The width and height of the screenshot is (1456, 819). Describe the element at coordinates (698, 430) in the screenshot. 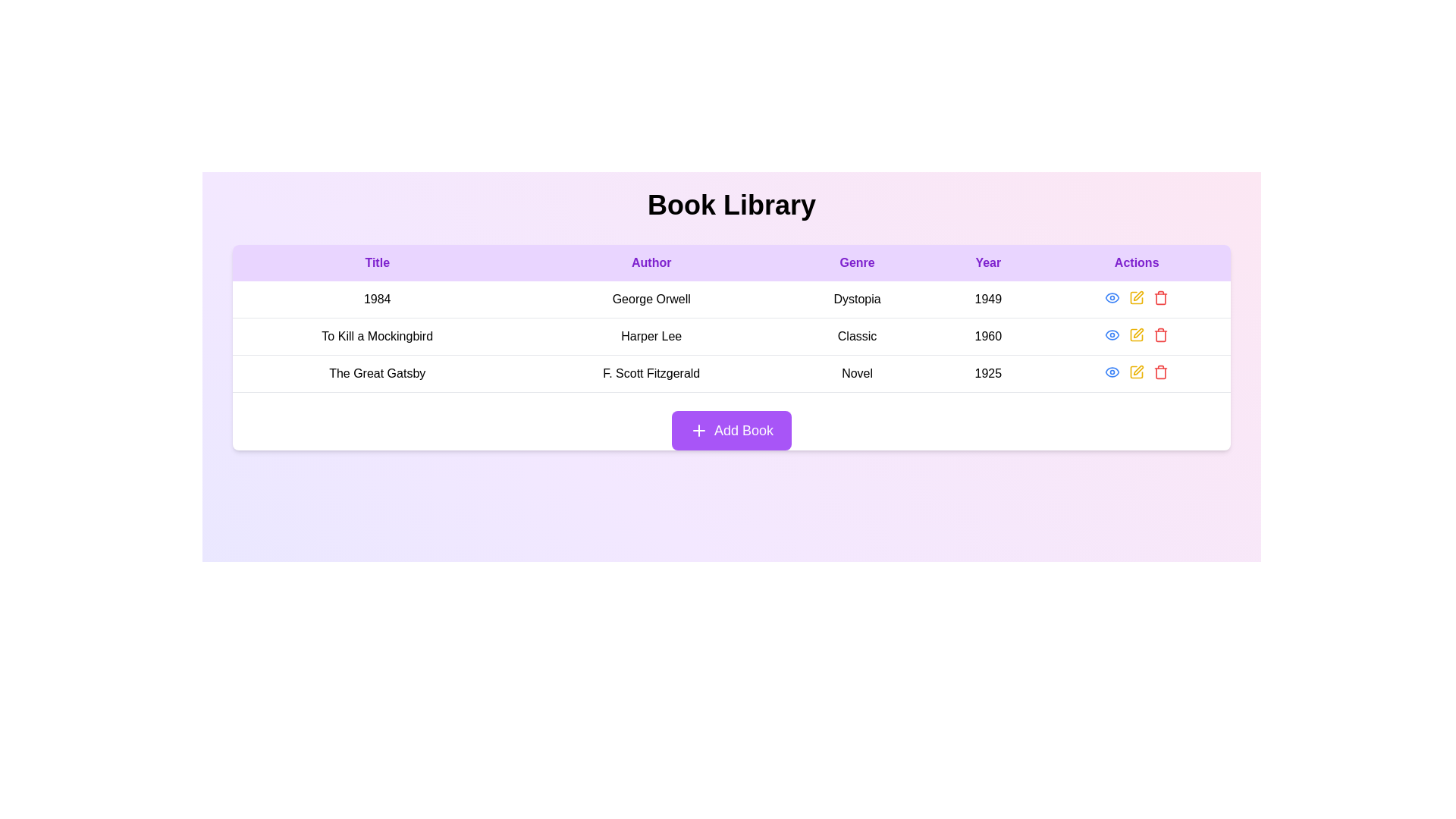

I see `the minimalist plus icon within the 'Add Book' button, which is centrally located below a table` at that location.